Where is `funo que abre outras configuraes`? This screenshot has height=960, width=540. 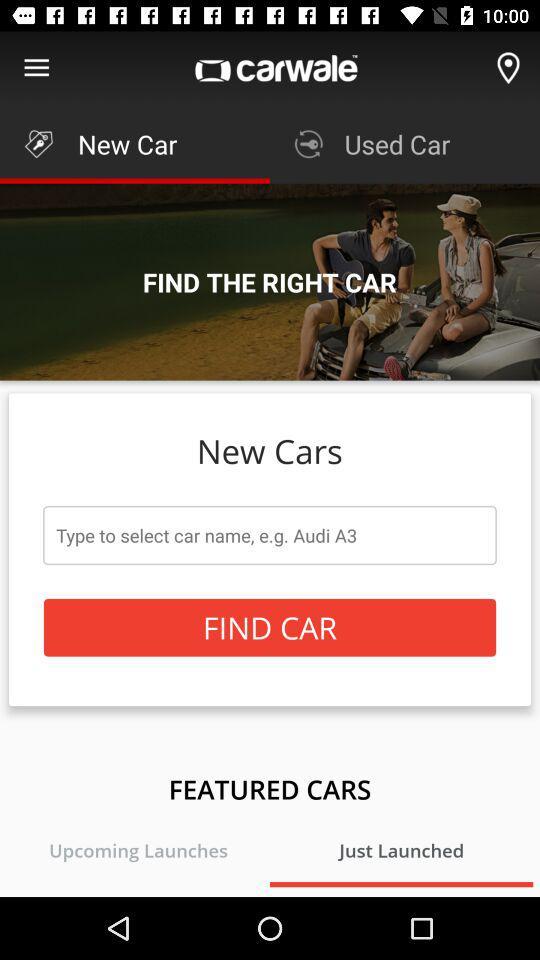 funo que abre outras configuraes is located at coordinates (36, 68).